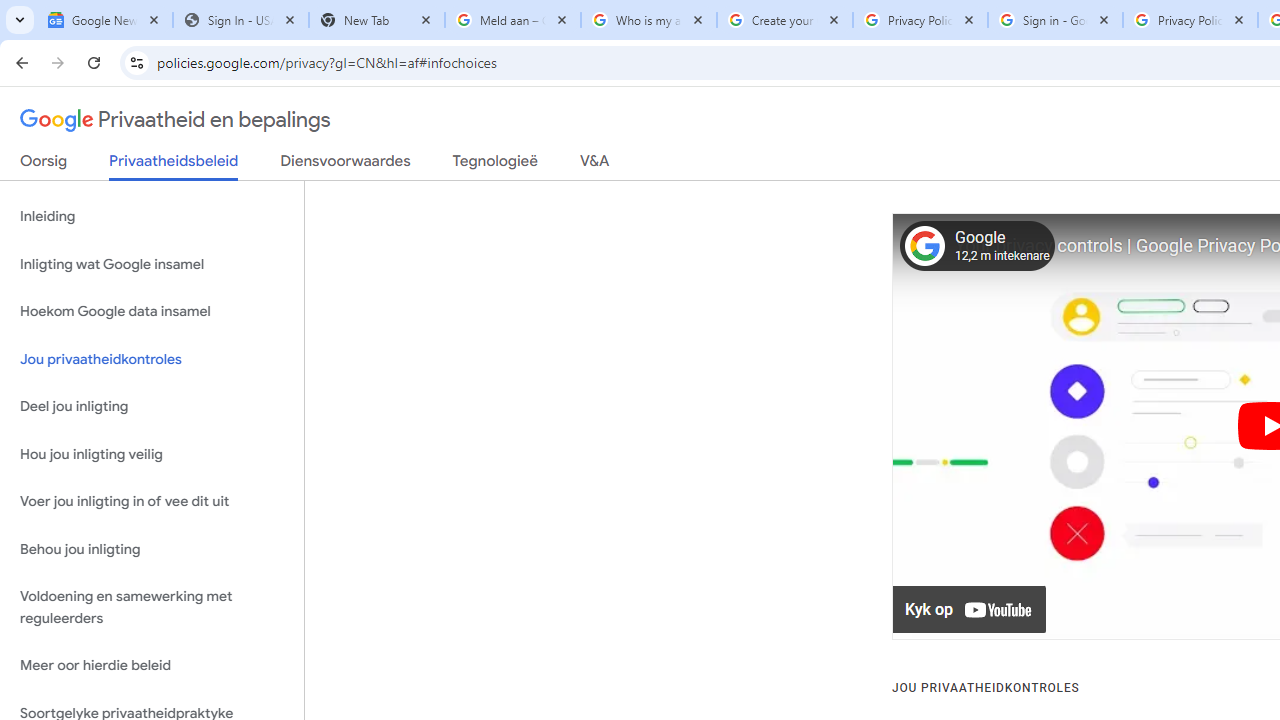 The image size is (1280, 720). Describe the element at coordinates (151, 549) in the screenshot. I see `'Behou jou inligting'` at that location.